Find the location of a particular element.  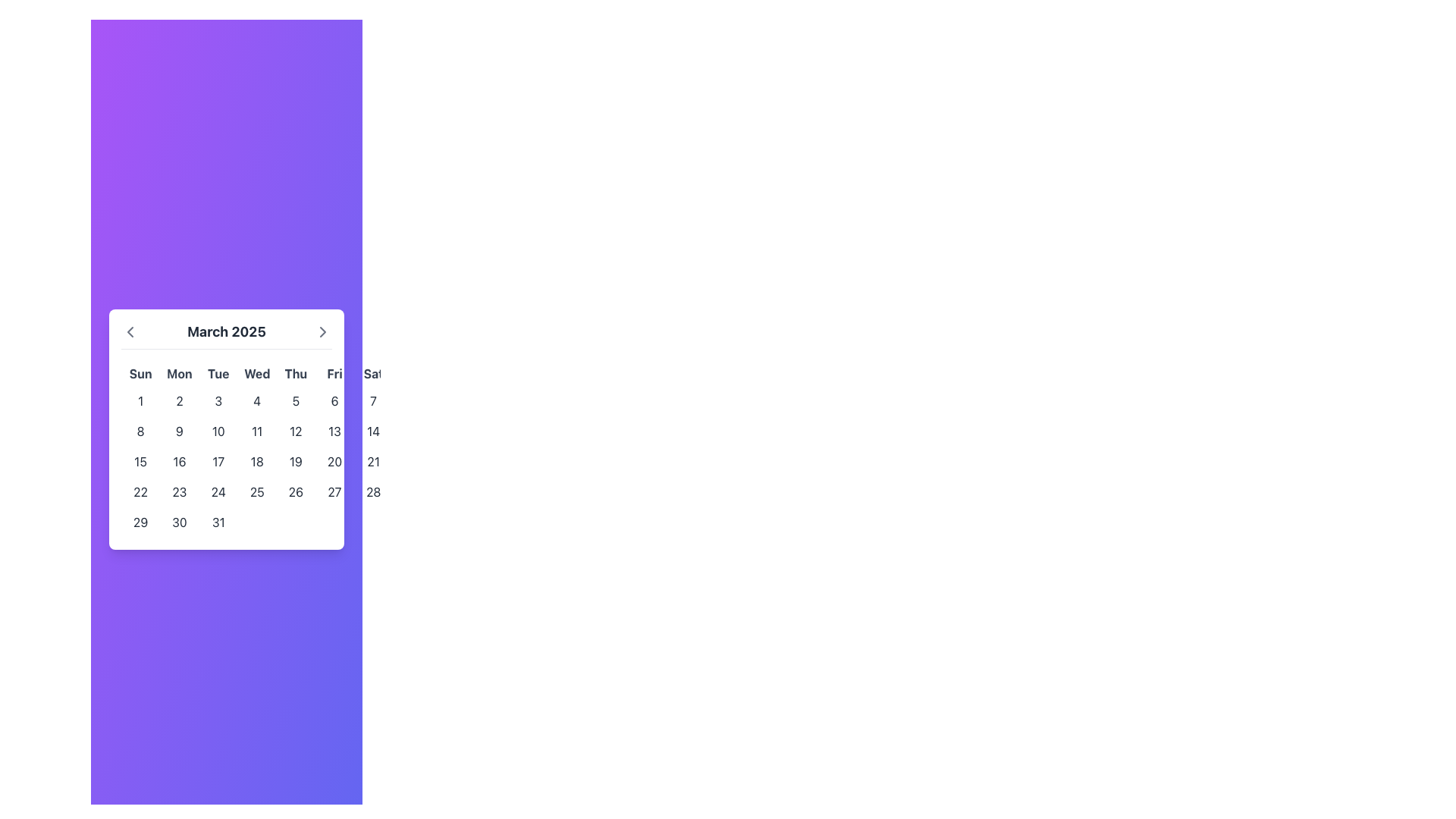

the text label displaying 'Wed' in bold, which is the fourth item in the sequence of days of the week in the calendar header is located at coordinates (257, 373).